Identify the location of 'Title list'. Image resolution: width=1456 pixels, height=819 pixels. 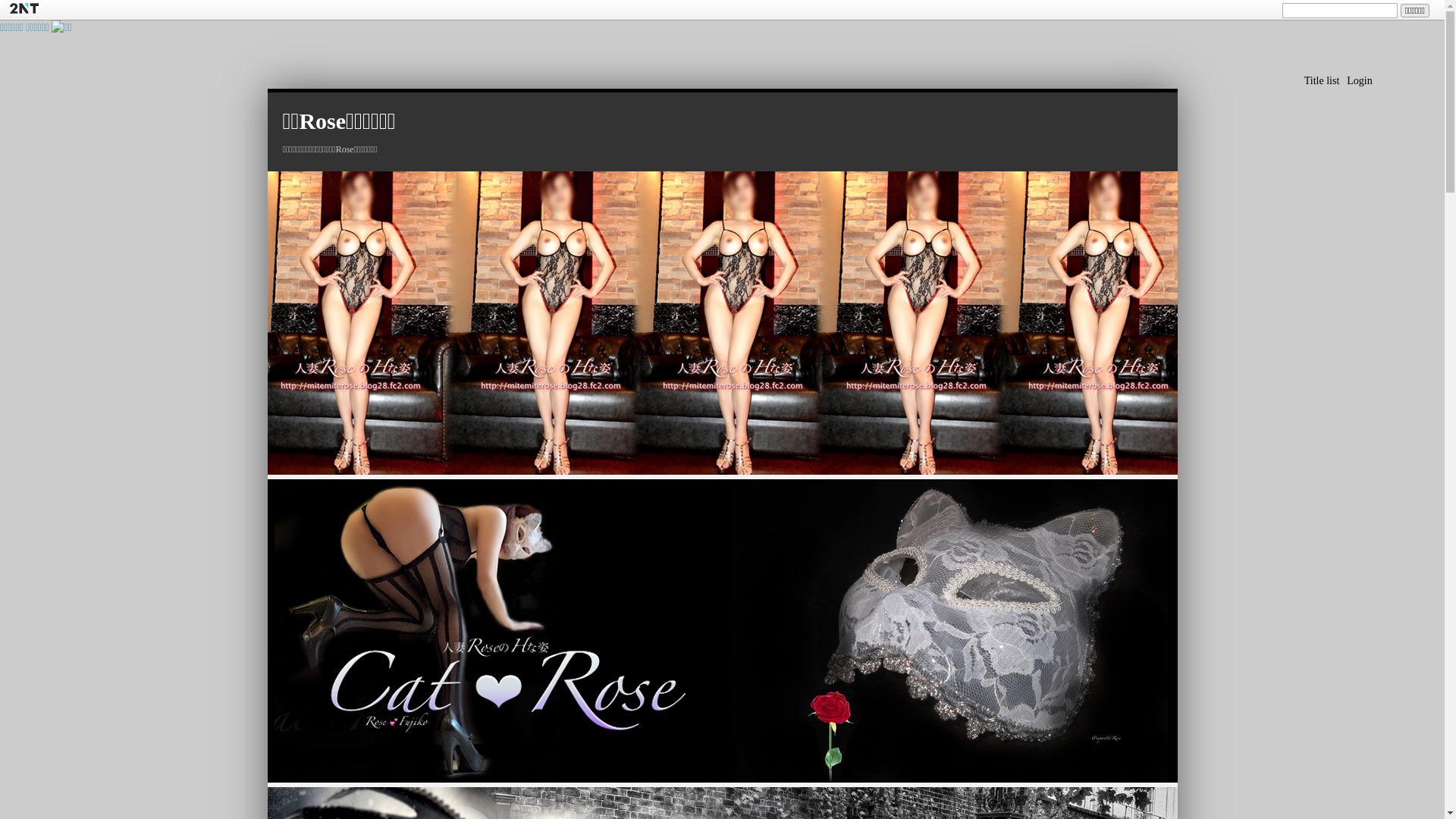
(1303, 80).